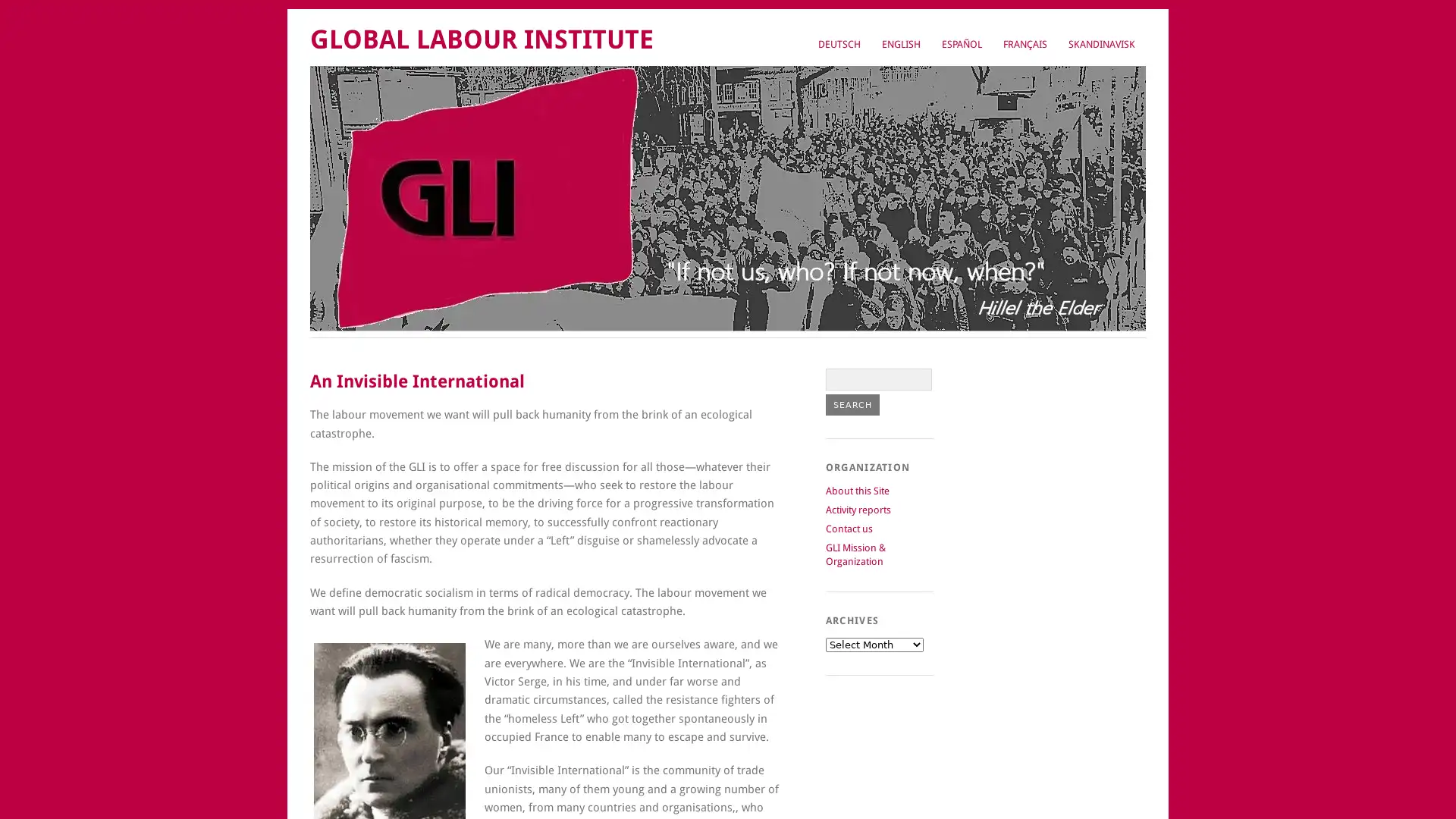 This screenshot has height=819, width=1456. What do you see at coordinates (852, 403) in the screenshot?
I see `Search` at bounding box center [852, 403].